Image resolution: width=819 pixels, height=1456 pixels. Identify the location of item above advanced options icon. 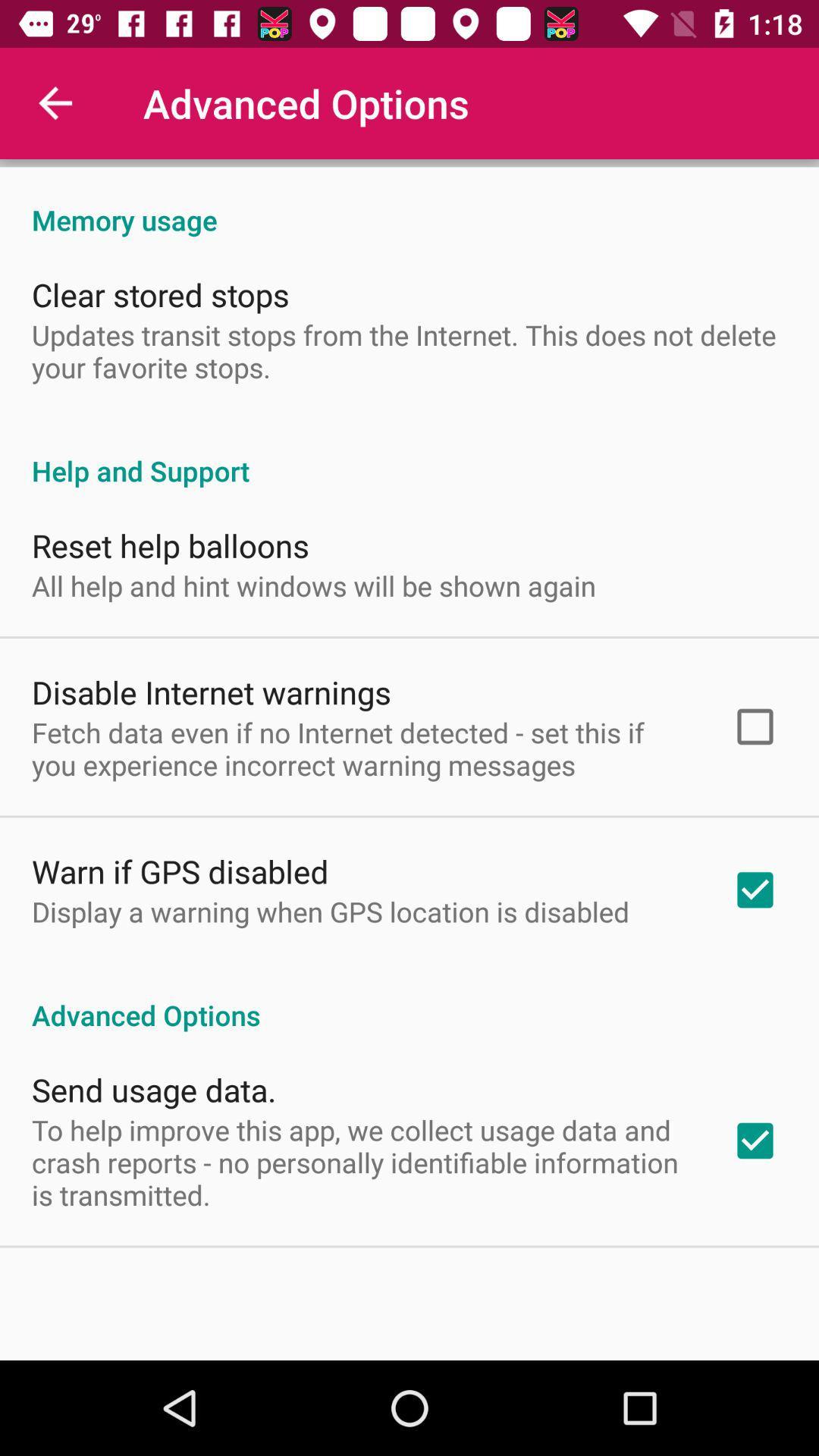
(330, 911).